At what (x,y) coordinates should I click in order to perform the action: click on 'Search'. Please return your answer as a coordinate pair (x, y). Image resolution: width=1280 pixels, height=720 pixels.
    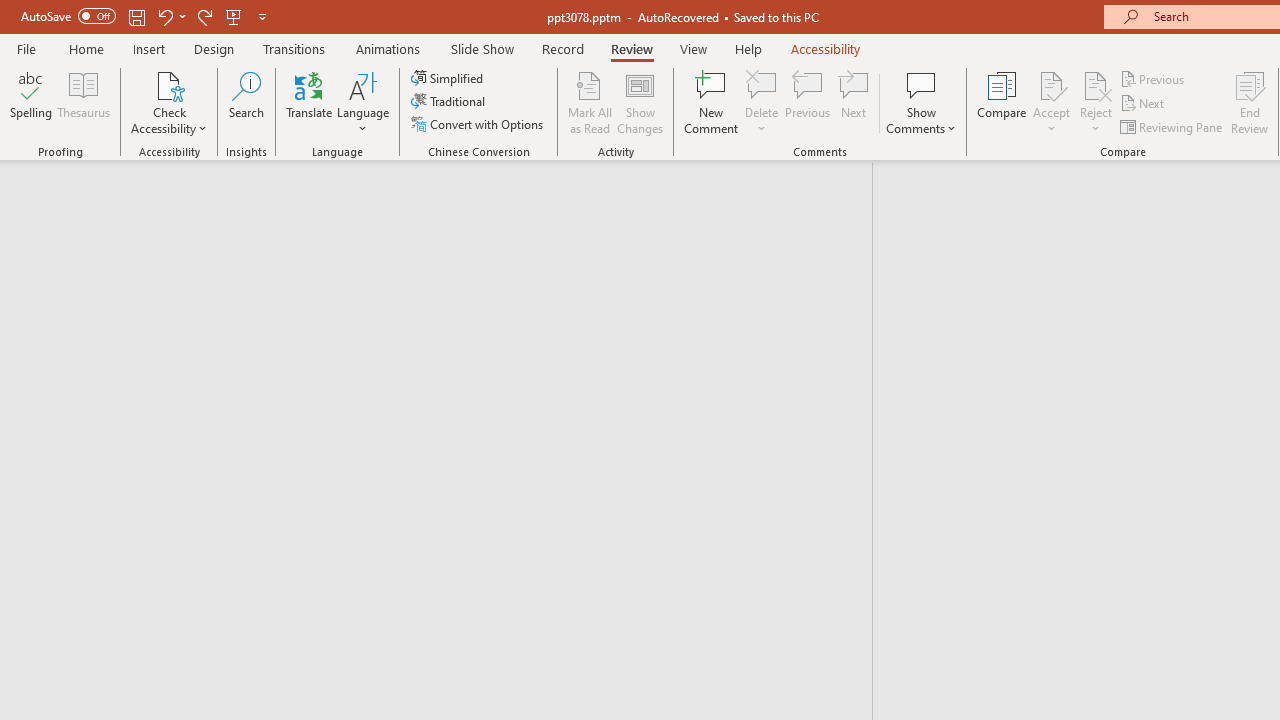
    Looking at the image, I should click on (246, 103).